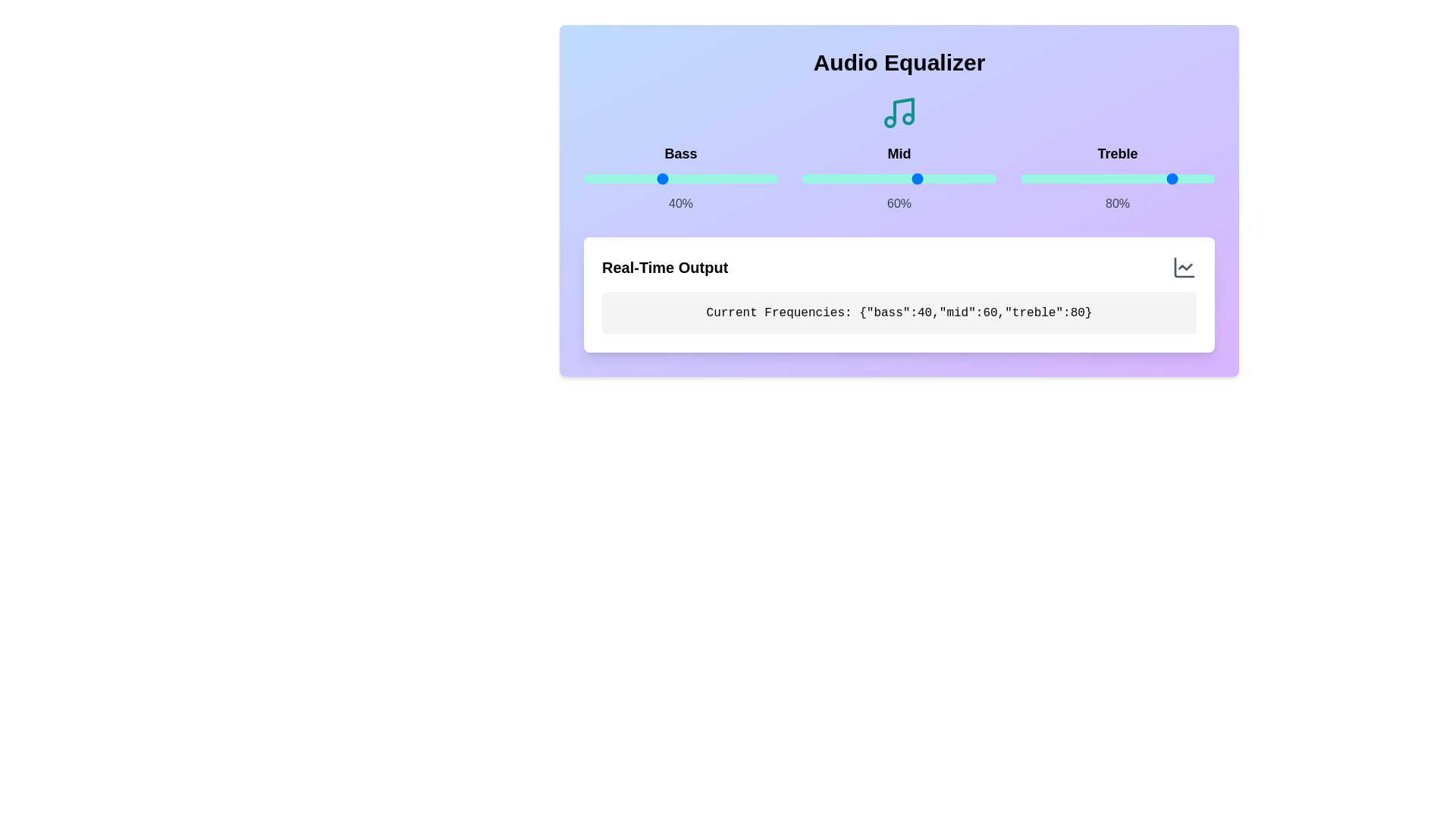 The image size is (1456, 819). Describe the element at coordinates (1117, 177) in the screenshot. I see `the percentage text of the treble control in the audio equalizer` at that location.